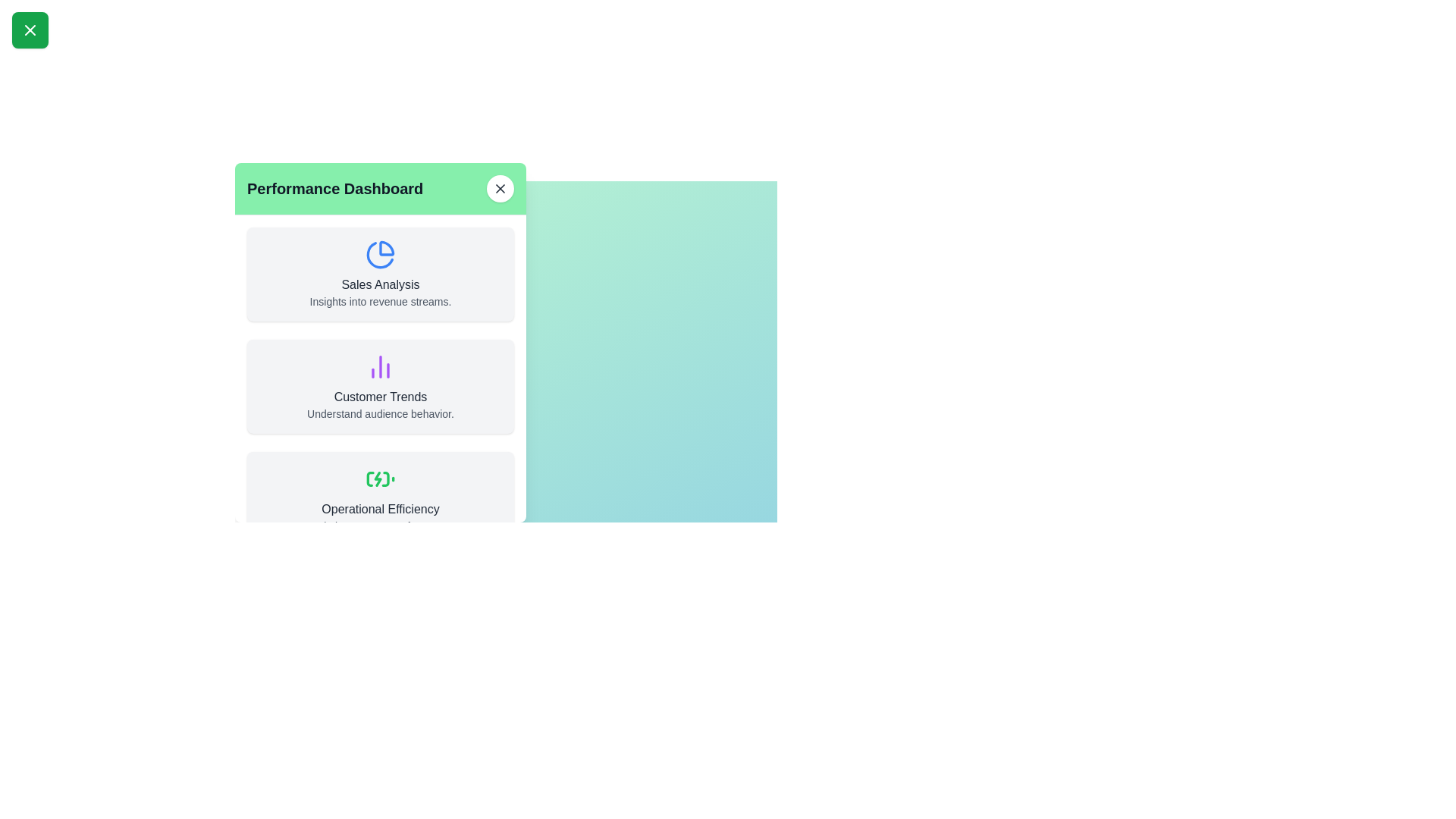 Image resolution: width=1456 pixels, height=819 pixels. Describe the element at coordinates (500, 188) in the screenshot. I see `the 'X' shaped close icon in the top right corner of the 'Performance Dashboard' header` at that location.